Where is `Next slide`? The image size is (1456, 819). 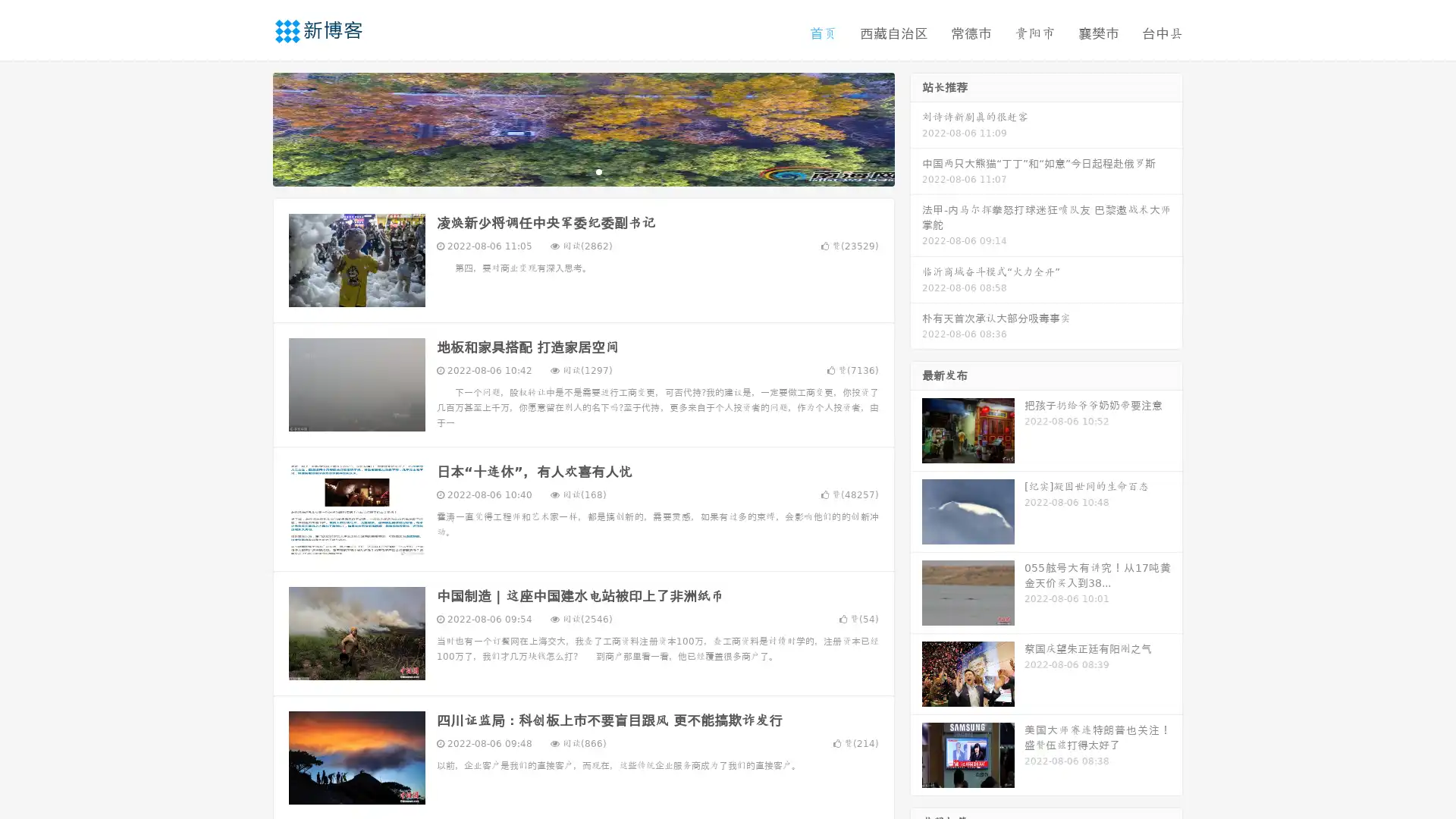 Next slide is located at coordinates (916, 127).